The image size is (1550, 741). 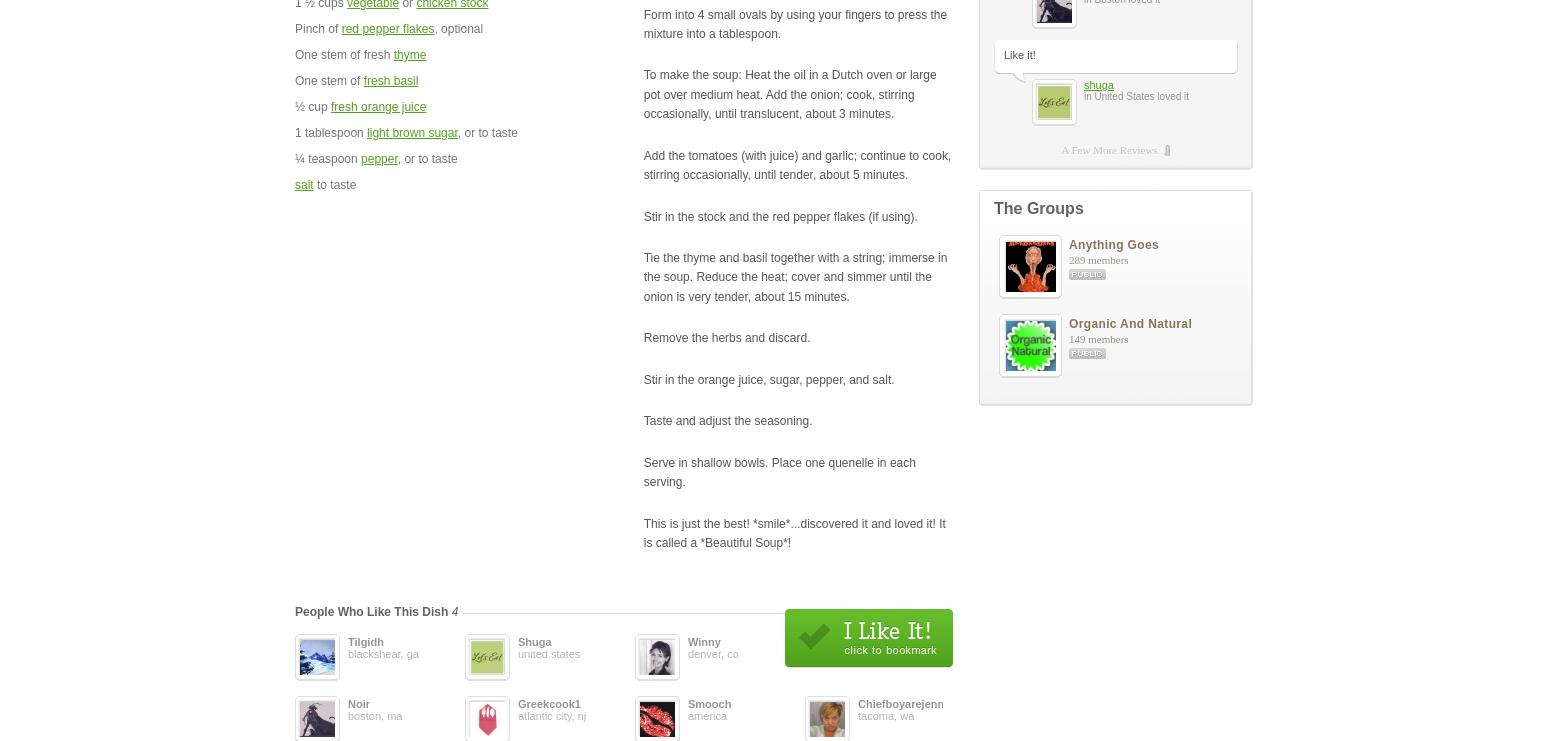 What do you see at coordinates (788, 94) in the screenshot?
I see `'To make the soup: Heat the oil in a Dutch oven or large pot over medium heat. Add the onion; cook, stirring occasionally, until translucent, about 3 minutes.'` at bounding box center [788, 94].